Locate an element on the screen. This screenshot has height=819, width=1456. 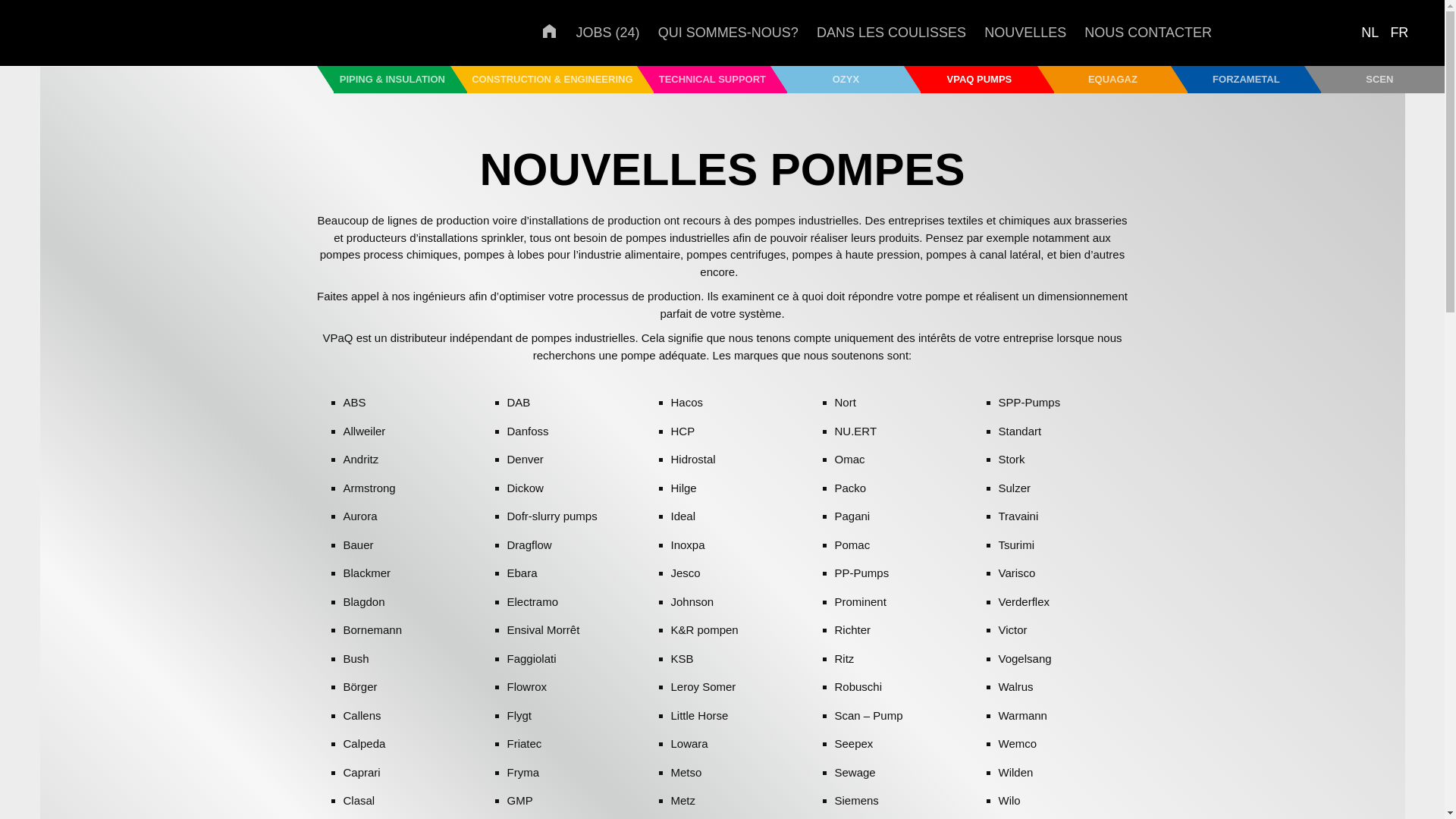
'EQUAGAZ' is located at coordinates (1053, 79).